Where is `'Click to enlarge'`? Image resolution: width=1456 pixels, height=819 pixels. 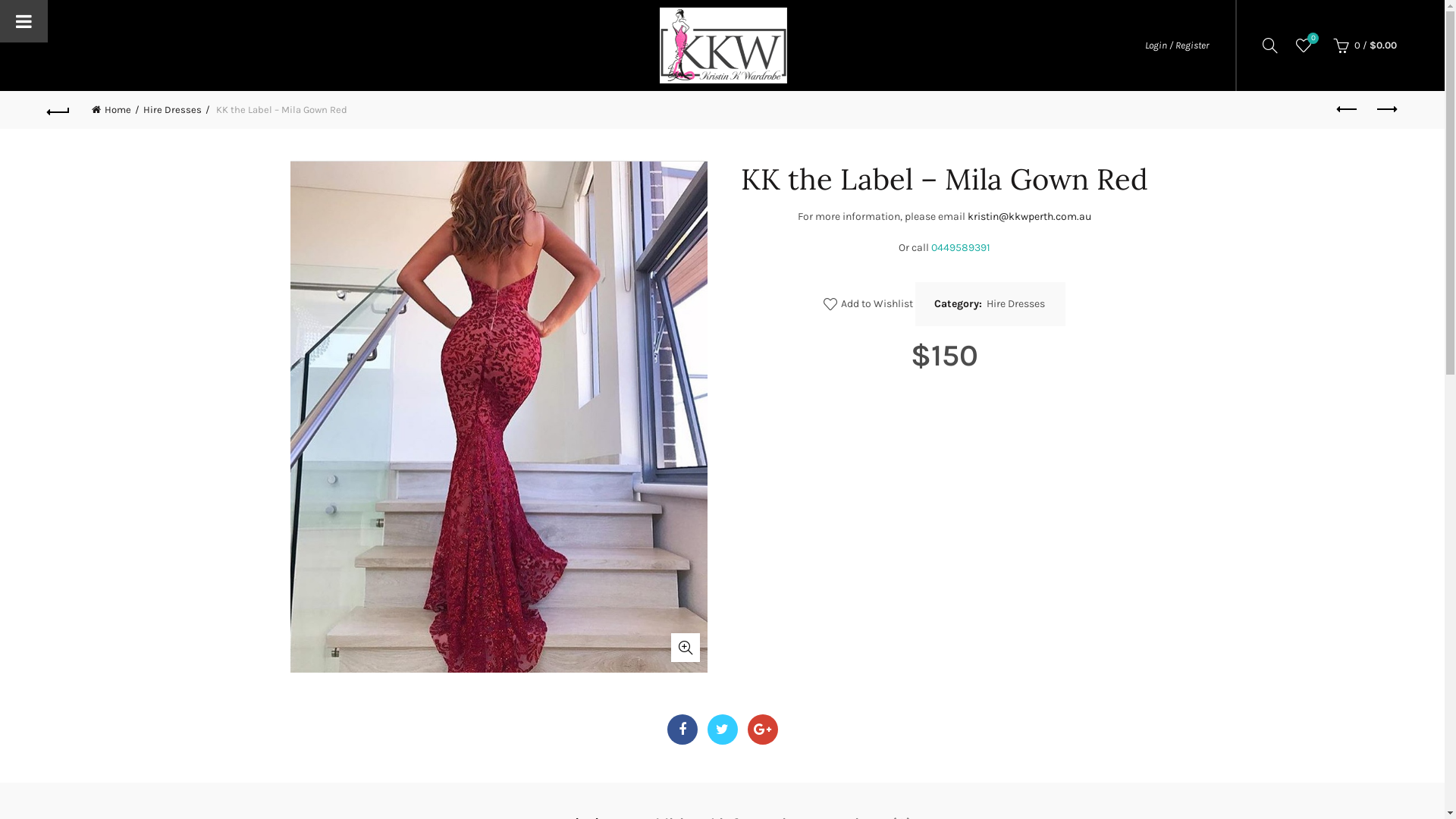
'Click to enlarge' is located at coordinates (683, 647).